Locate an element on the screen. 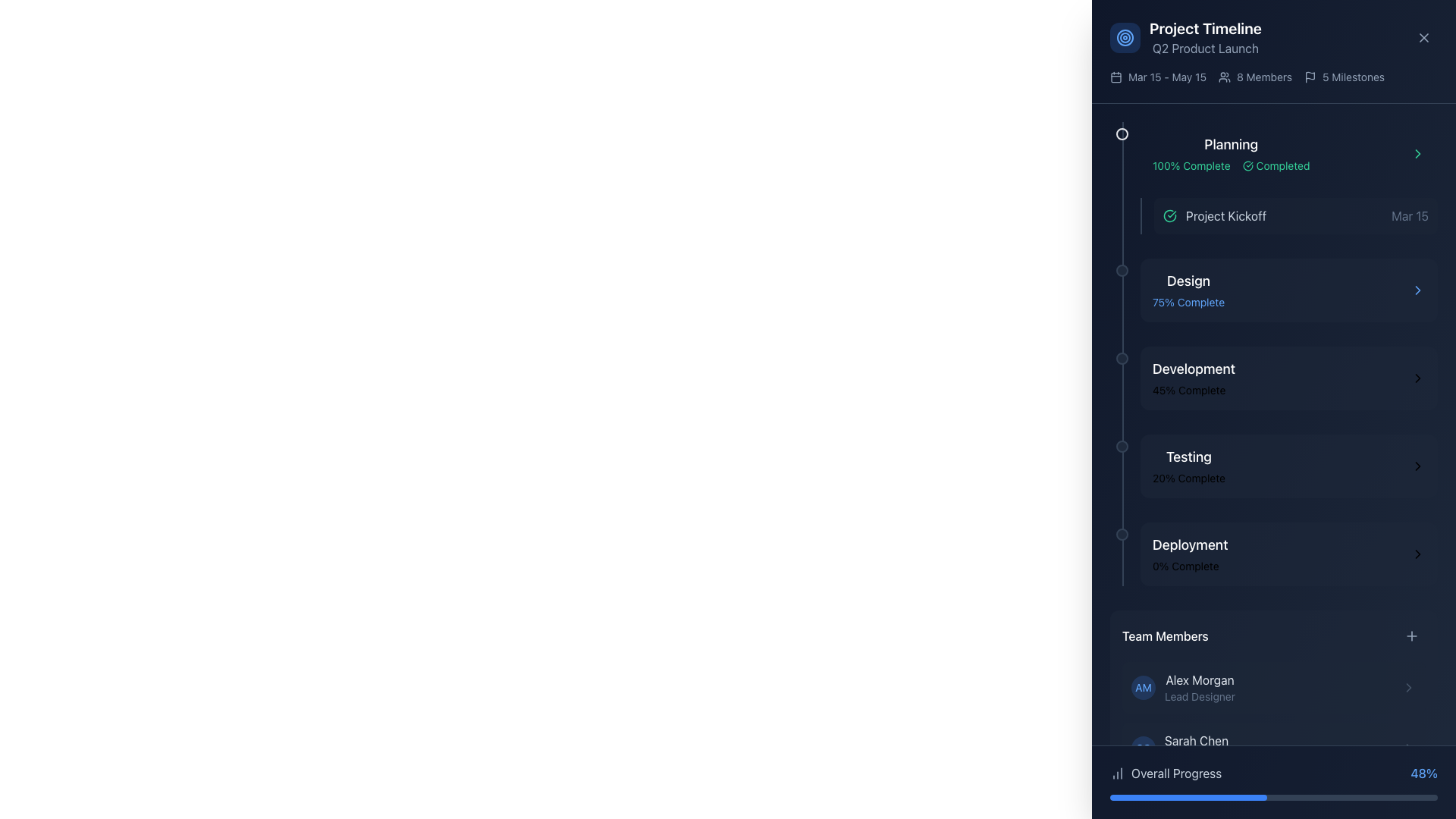 Image resolution: width=1456 pixels, height=819 pixels. the filled portion of the progress bar located in the 'Overall Progress' section at the bottom of the page is located at coordinates (1188, 797).